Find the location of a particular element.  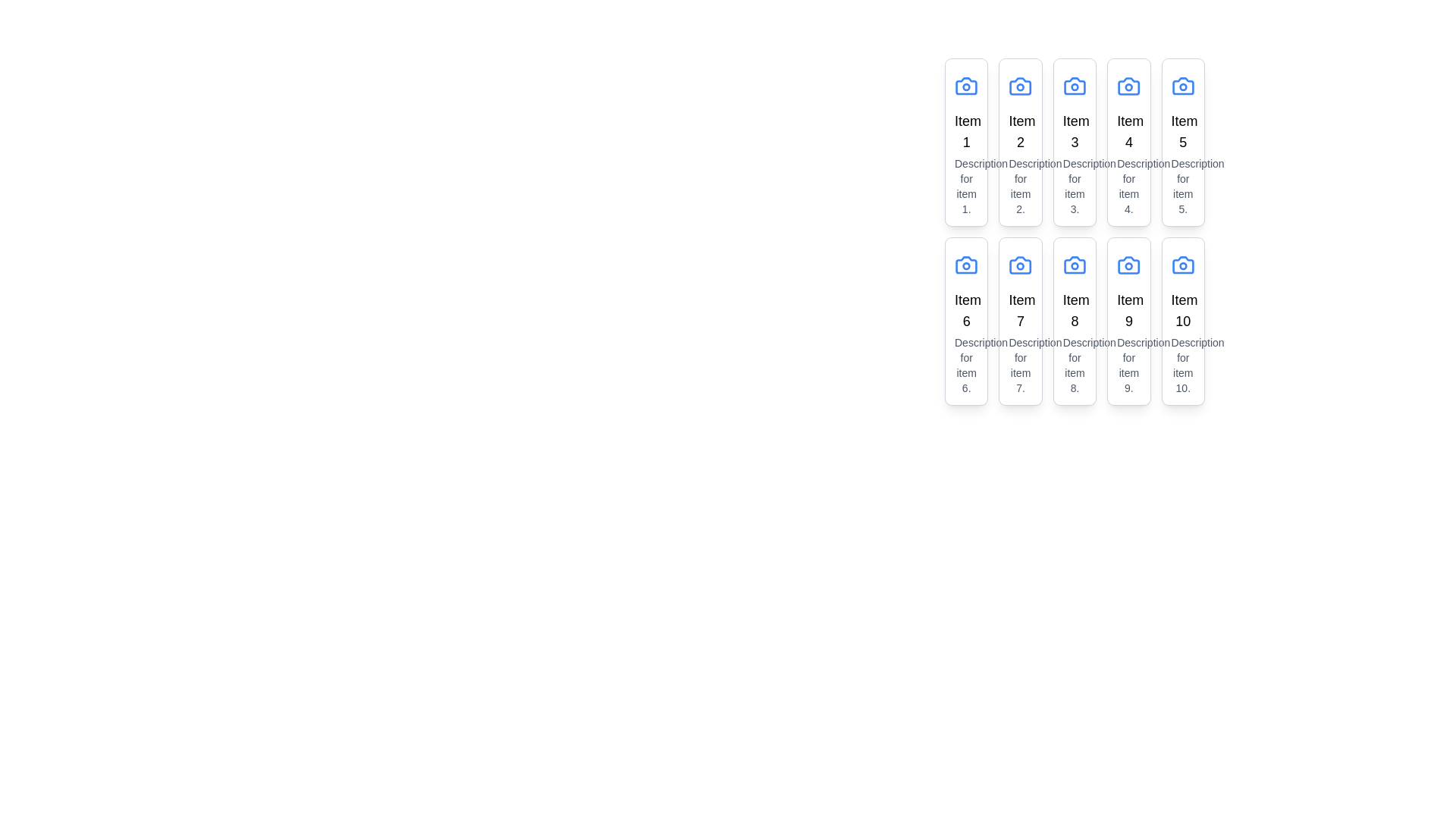

the descriptive Text Label located beneath the header text 'Item 4' in the fourth item card of the grid layout is located at coordinates (1128, 186).